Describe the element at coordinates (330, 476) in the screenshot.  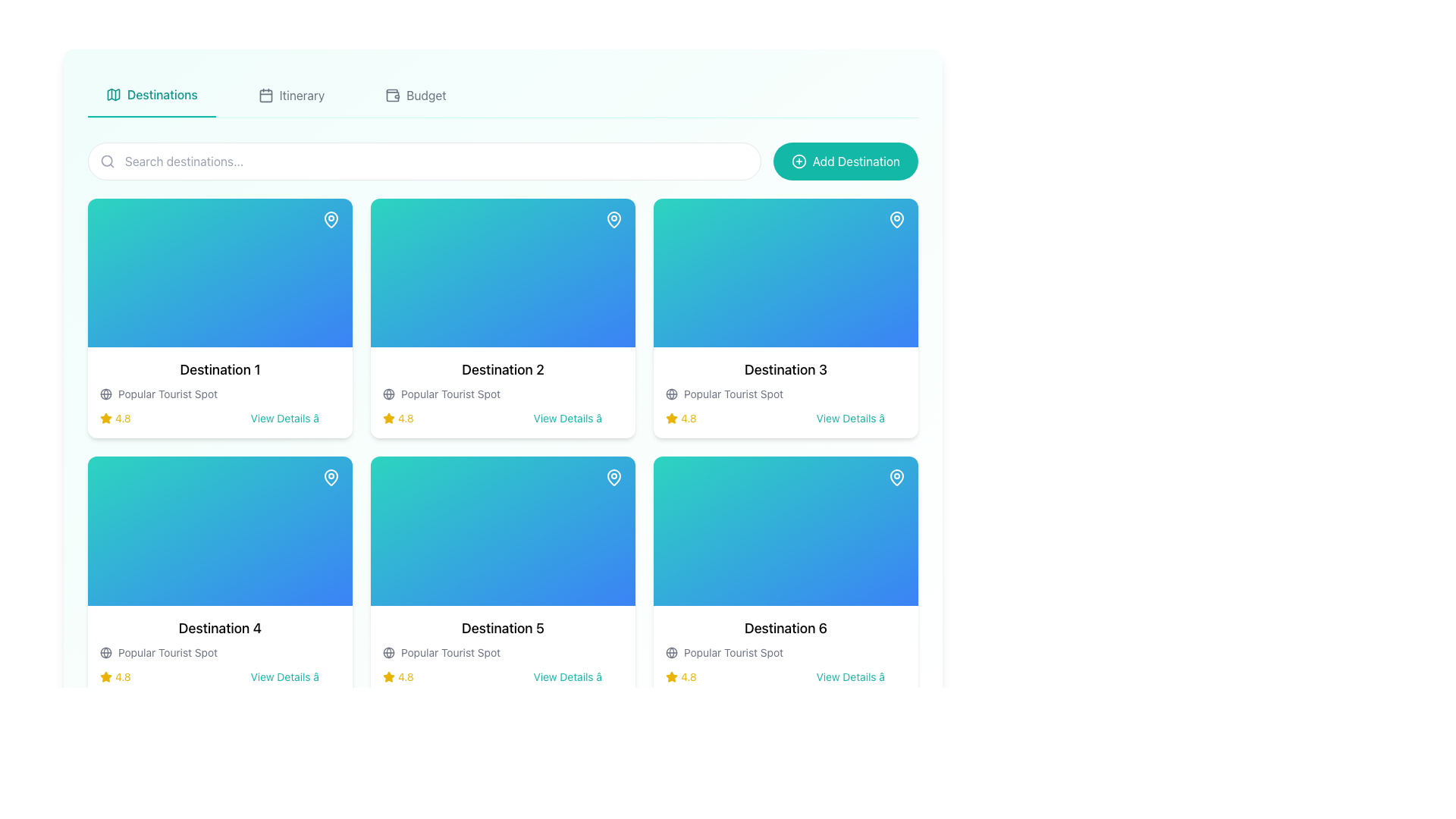
I see `the blue pin-shaped map marker icon located at the top-right corner of the 'Destination 4' card in the 3x2 grid layout` at that location.